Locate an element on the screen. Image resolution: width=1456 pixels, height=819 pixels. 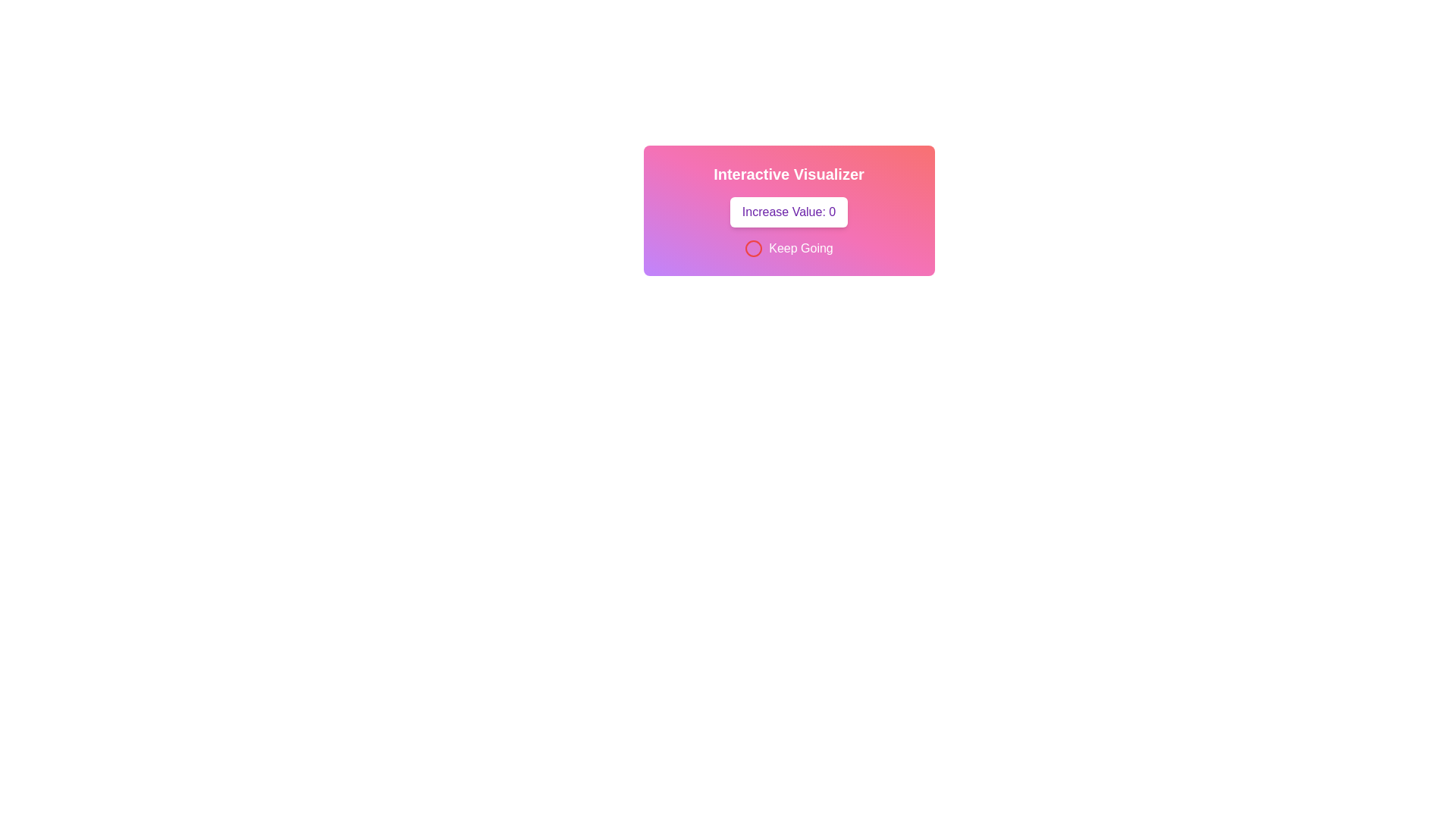
the visual indicator circle that is centrally aligned within the 'Keep Going' button, which draws attention to the interactive feature is located at coordinates (754, 247).